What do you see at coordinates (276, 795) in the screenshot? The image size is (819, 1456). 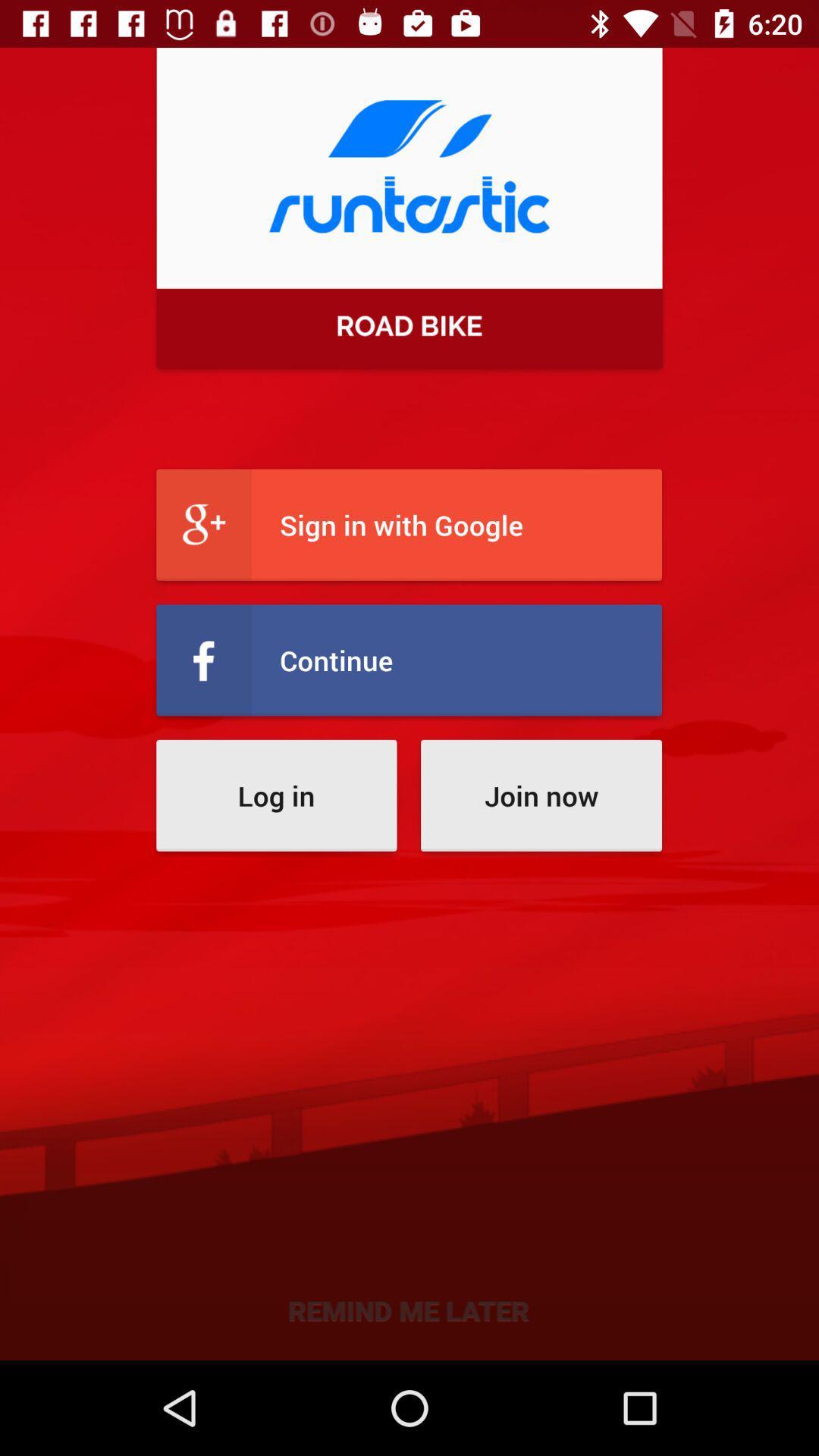 I see `the log in` at bounding box center [276, 795].